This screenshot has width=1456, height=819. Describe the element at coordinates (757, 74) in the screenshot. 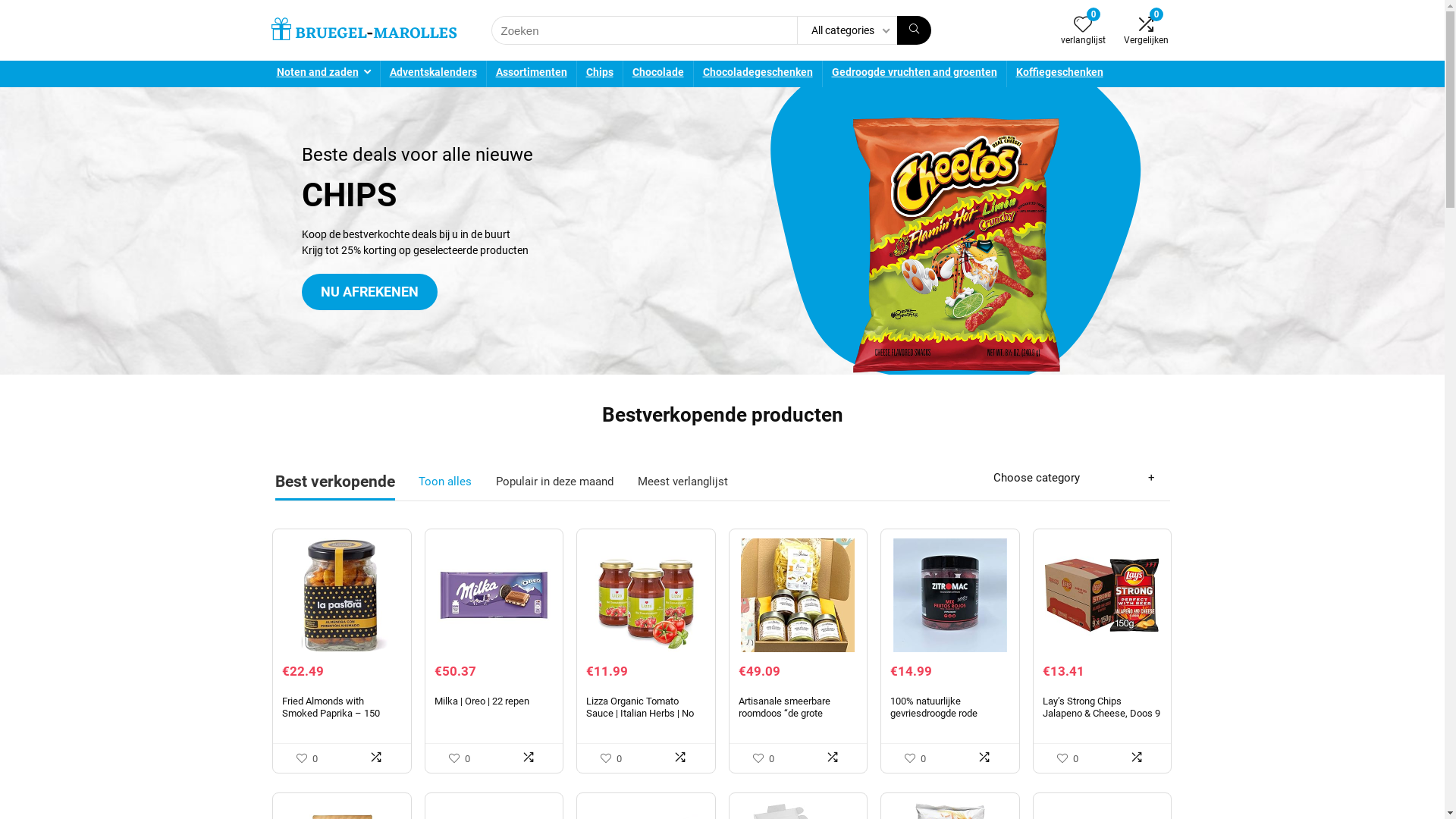

I see `'Chocoladegeschenken'` at that location.